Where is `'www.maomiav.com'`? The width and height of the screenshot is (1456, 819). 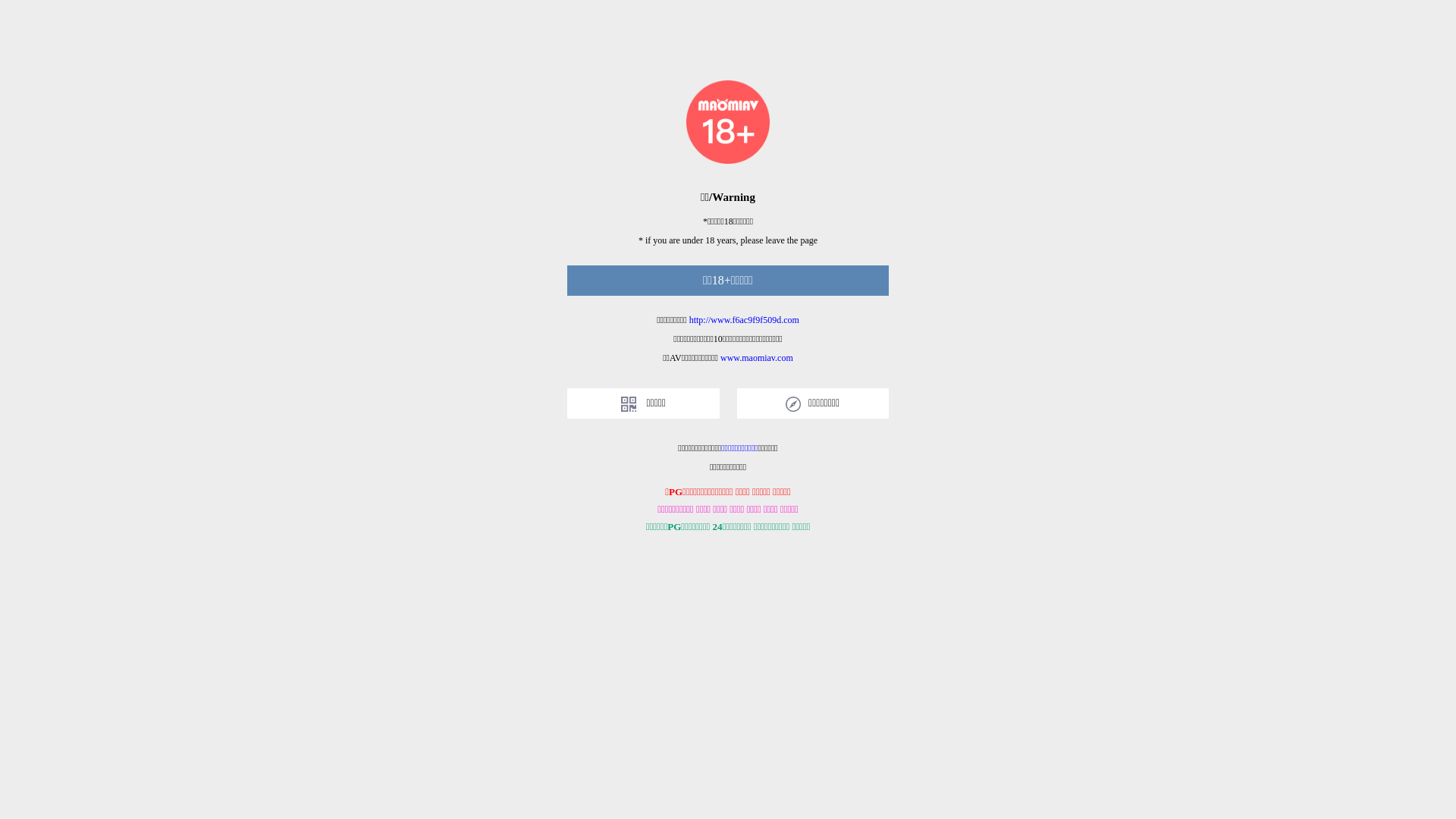 'www.maomiav.com' is located at coordinates (720, 357).